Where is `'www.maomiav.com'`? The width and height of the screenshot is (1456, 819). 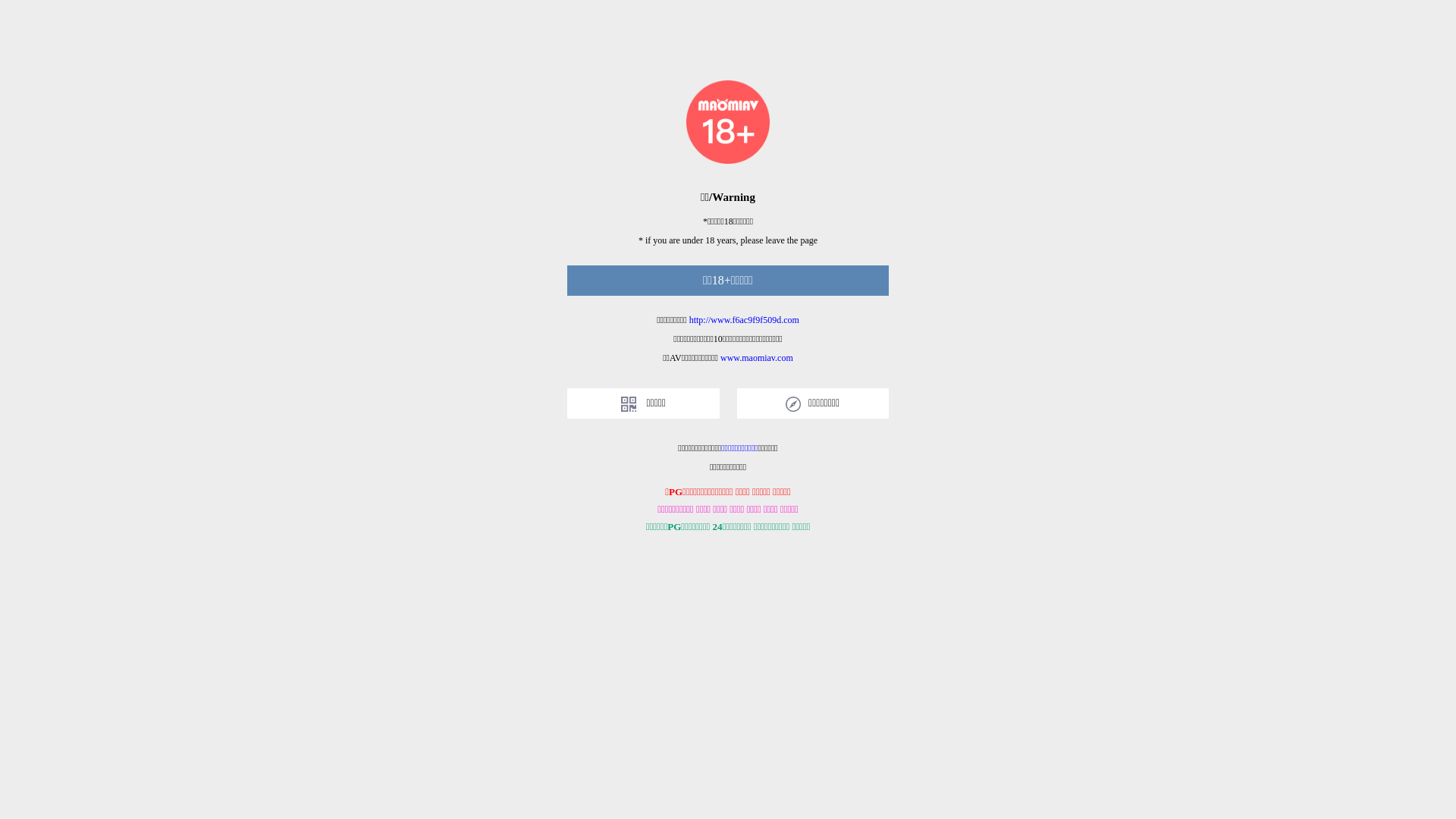 'www.maomiav.com' is located at coordinates (720, 357).